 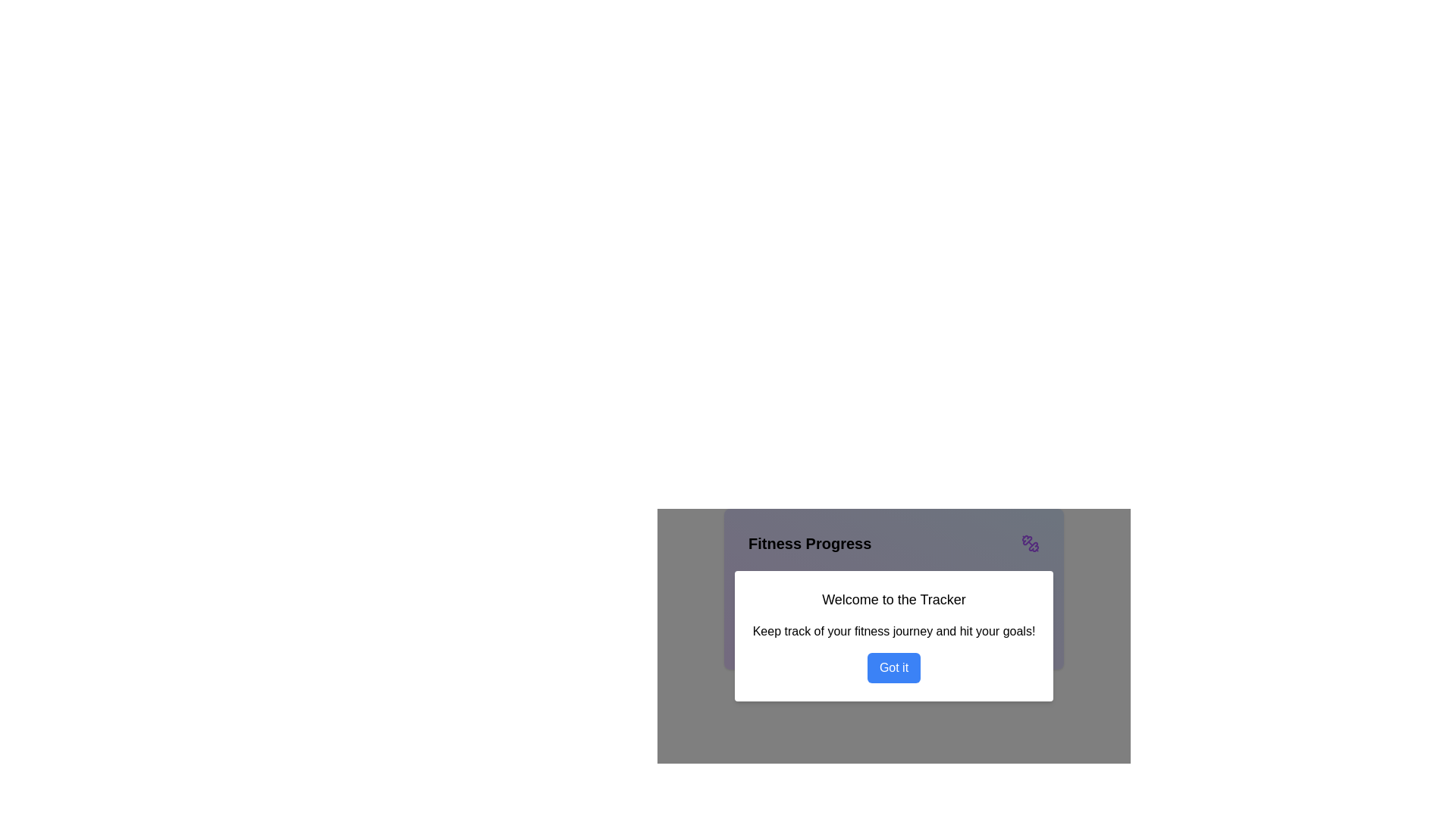 What do you see at coordinates (894, 626) in the screenshot?
I see `the informational block that welcomes users to the tracker feature to understand the welcome message` at bounding box center [894, 626].